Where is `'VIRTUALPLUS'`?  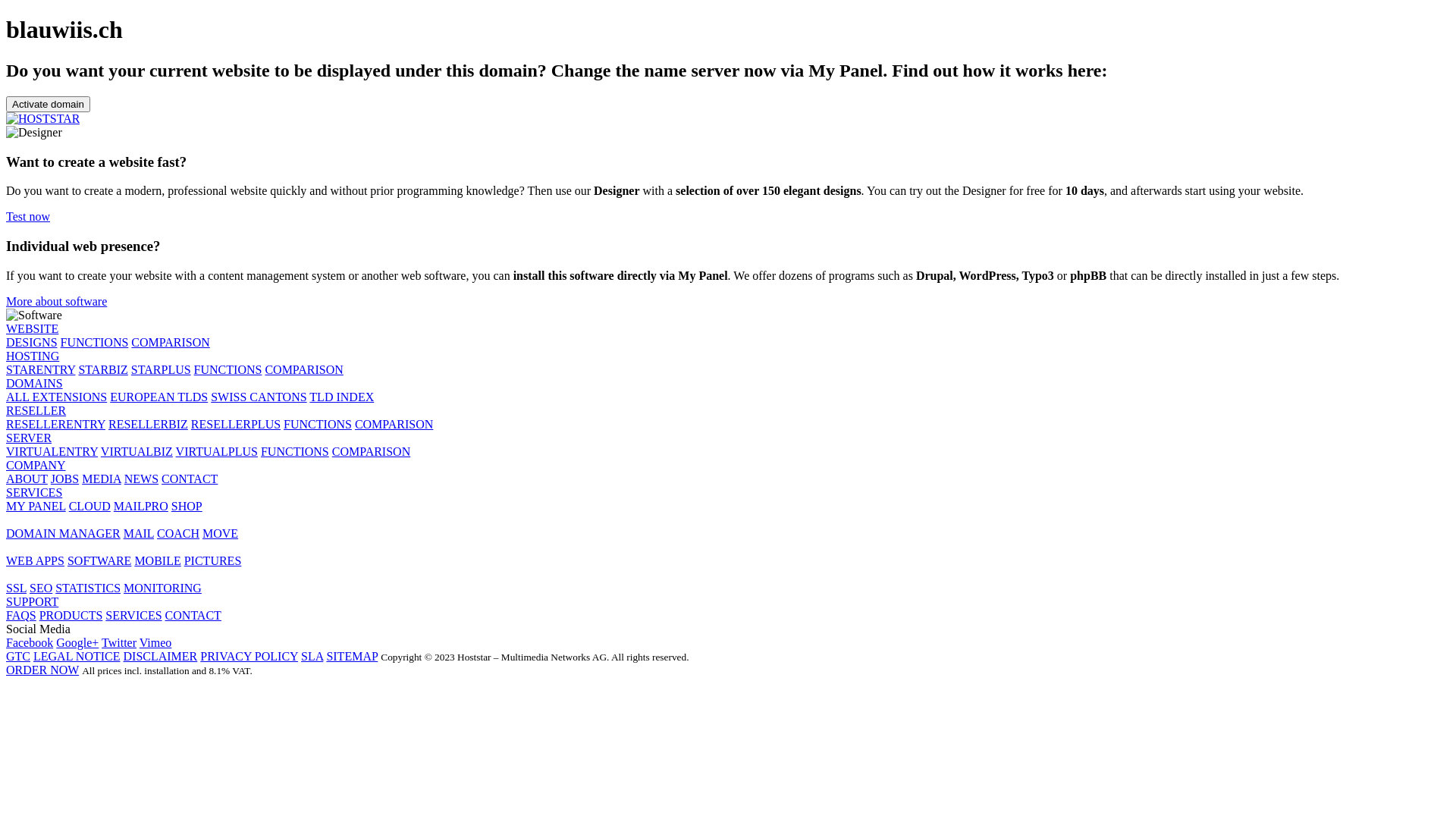
'VIRTUALPLUS' is located at coordinates (216, 450).